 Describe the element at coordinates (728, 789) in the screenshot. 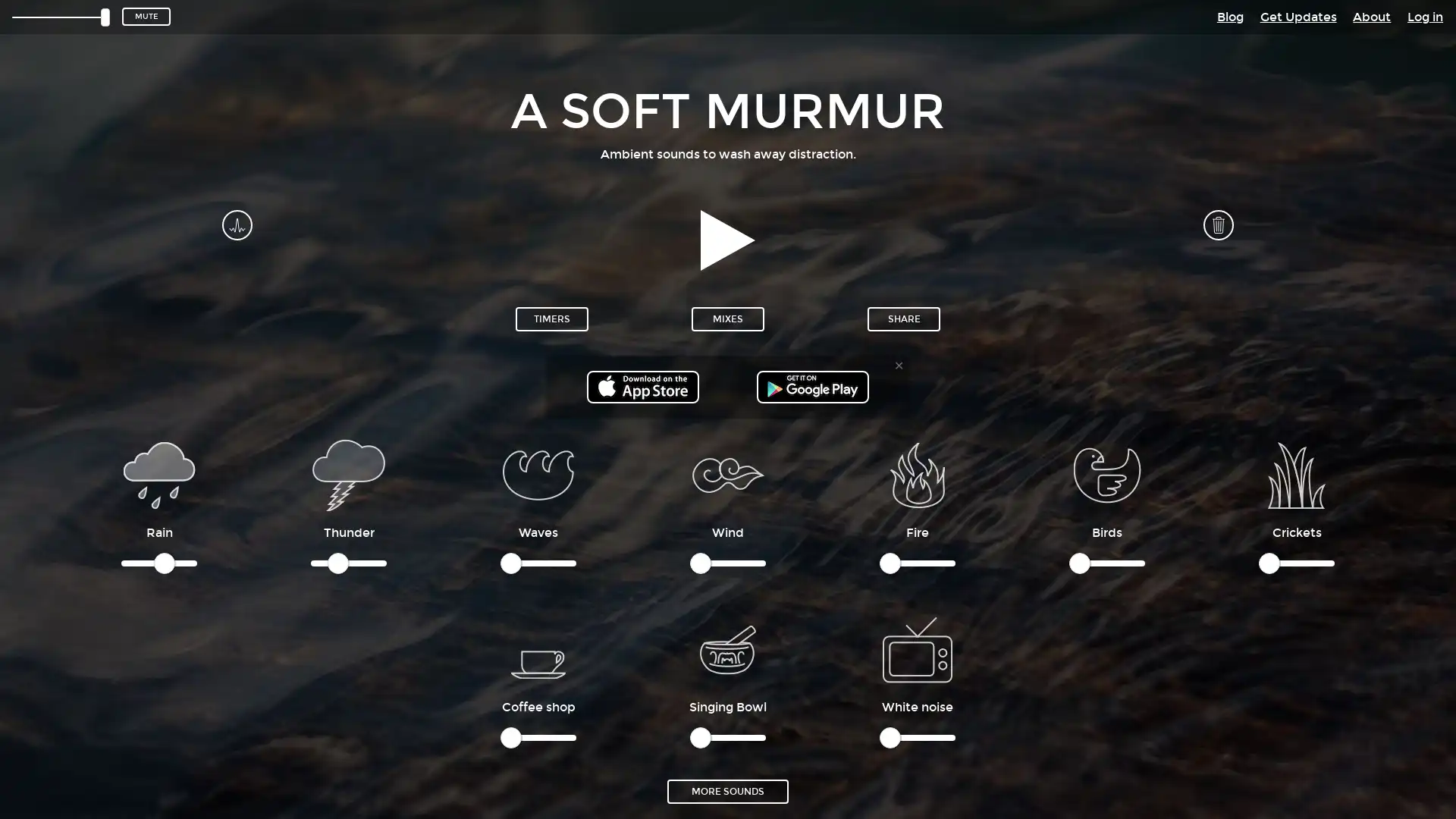

I see `MORE SOUNDS` at that location.